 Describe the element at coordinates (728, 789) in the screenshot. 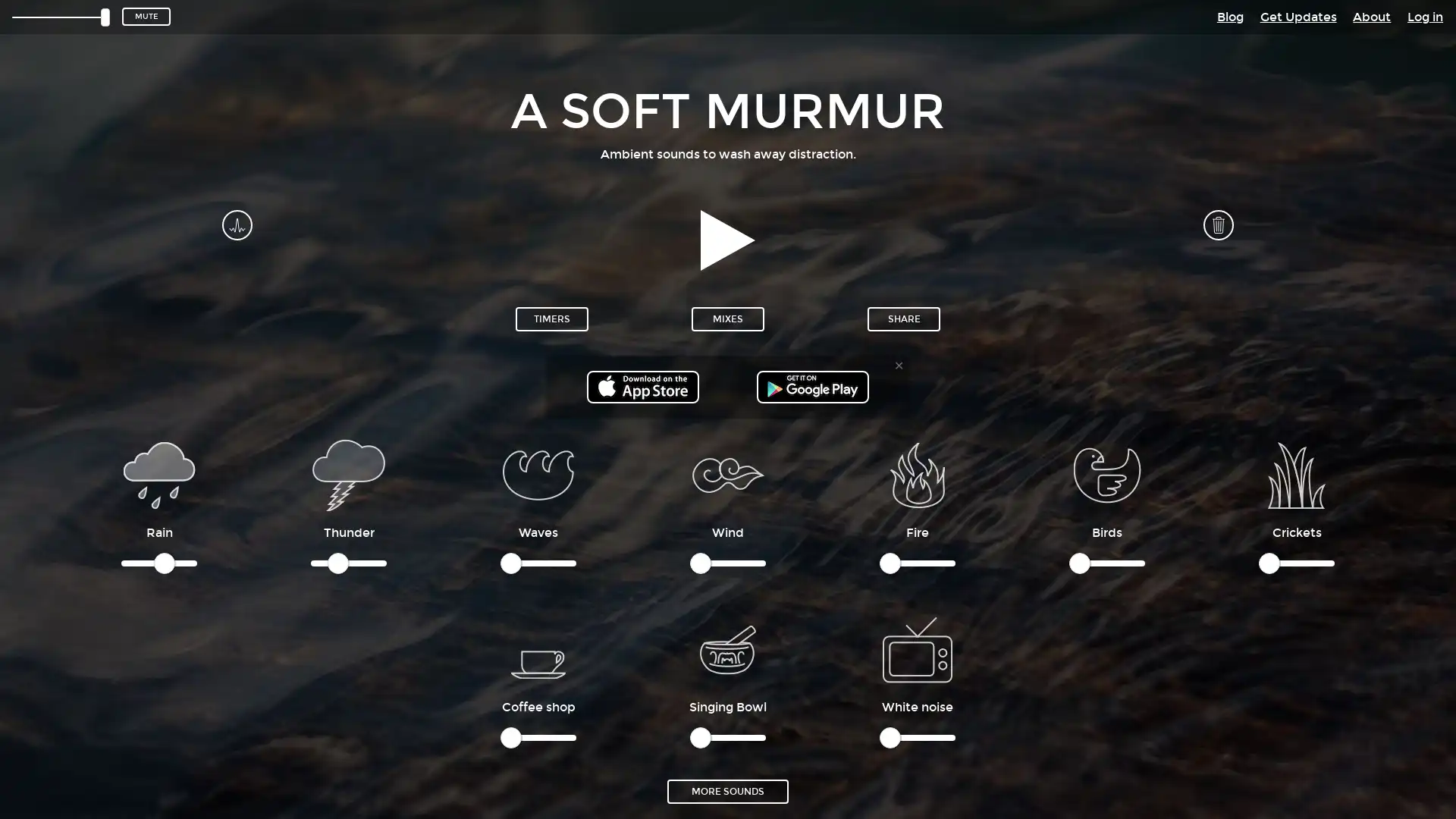

I see `MORE SOUNDS` at that location.